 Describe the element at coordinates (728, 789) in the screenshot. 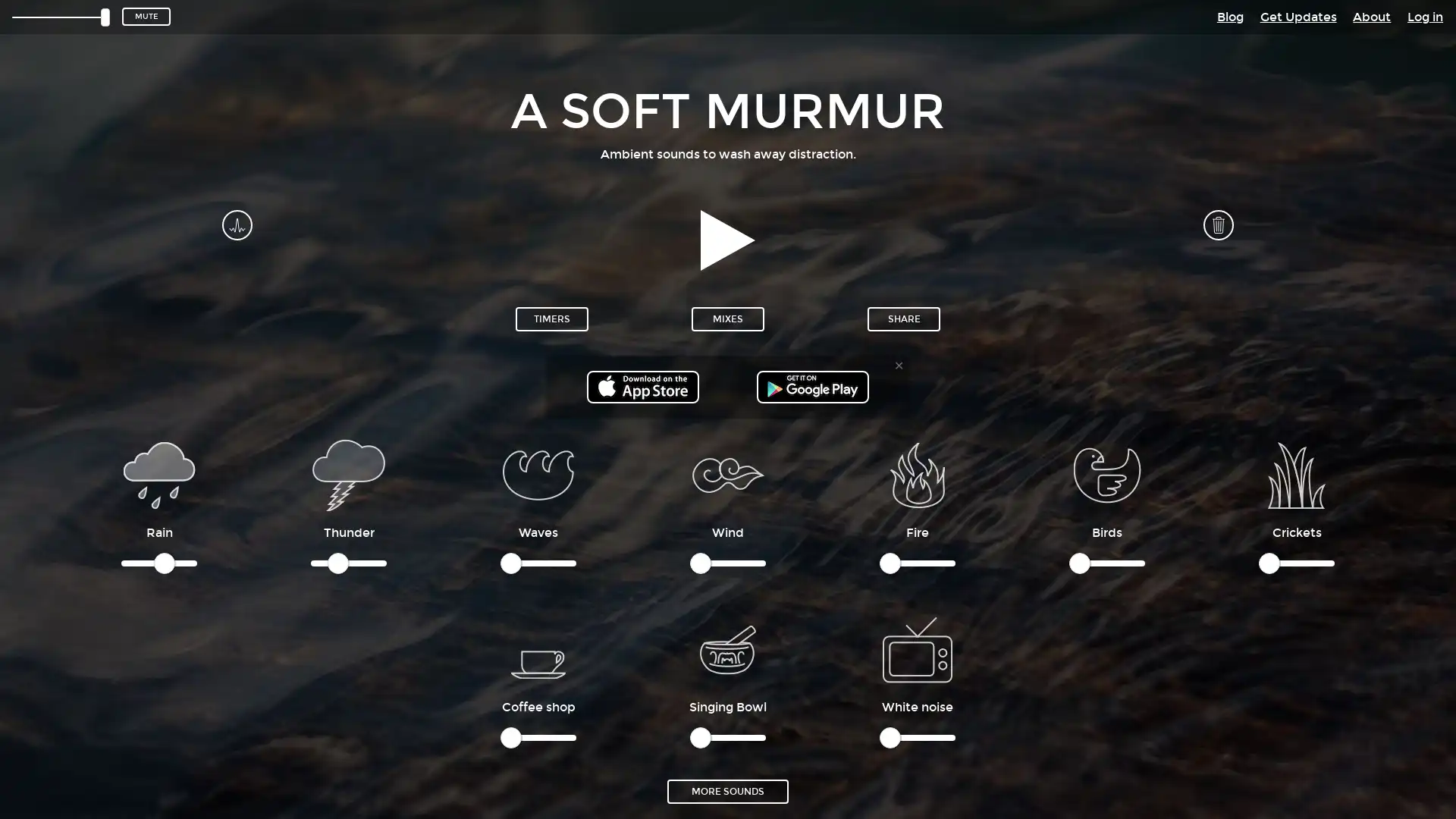

I see `MORE SOUNDS` at that location.